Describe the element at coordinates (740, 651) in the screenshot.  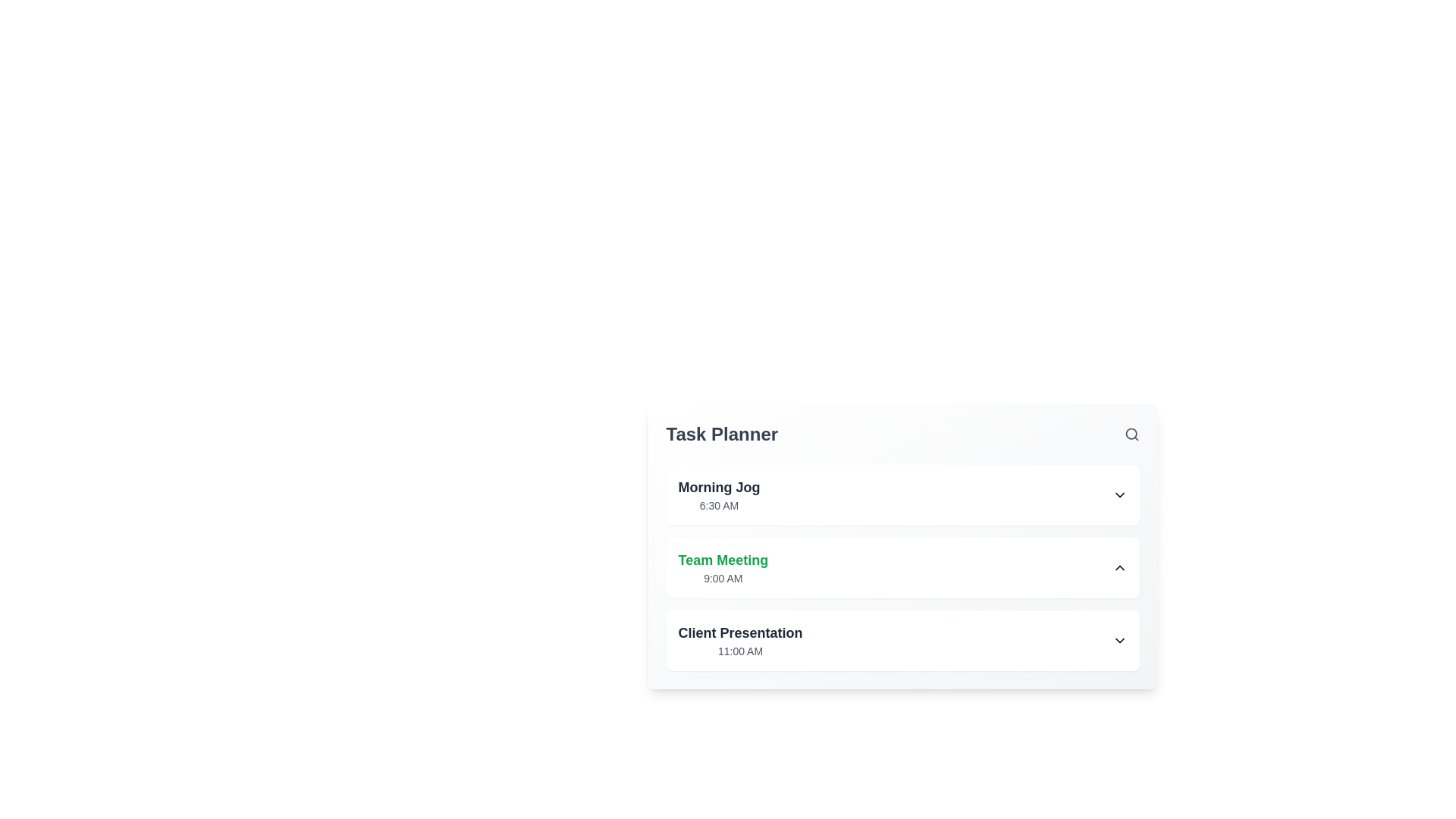
I see `the time indicator label for the 'Client Presentation' task located in the lower section of the task list` at that location.